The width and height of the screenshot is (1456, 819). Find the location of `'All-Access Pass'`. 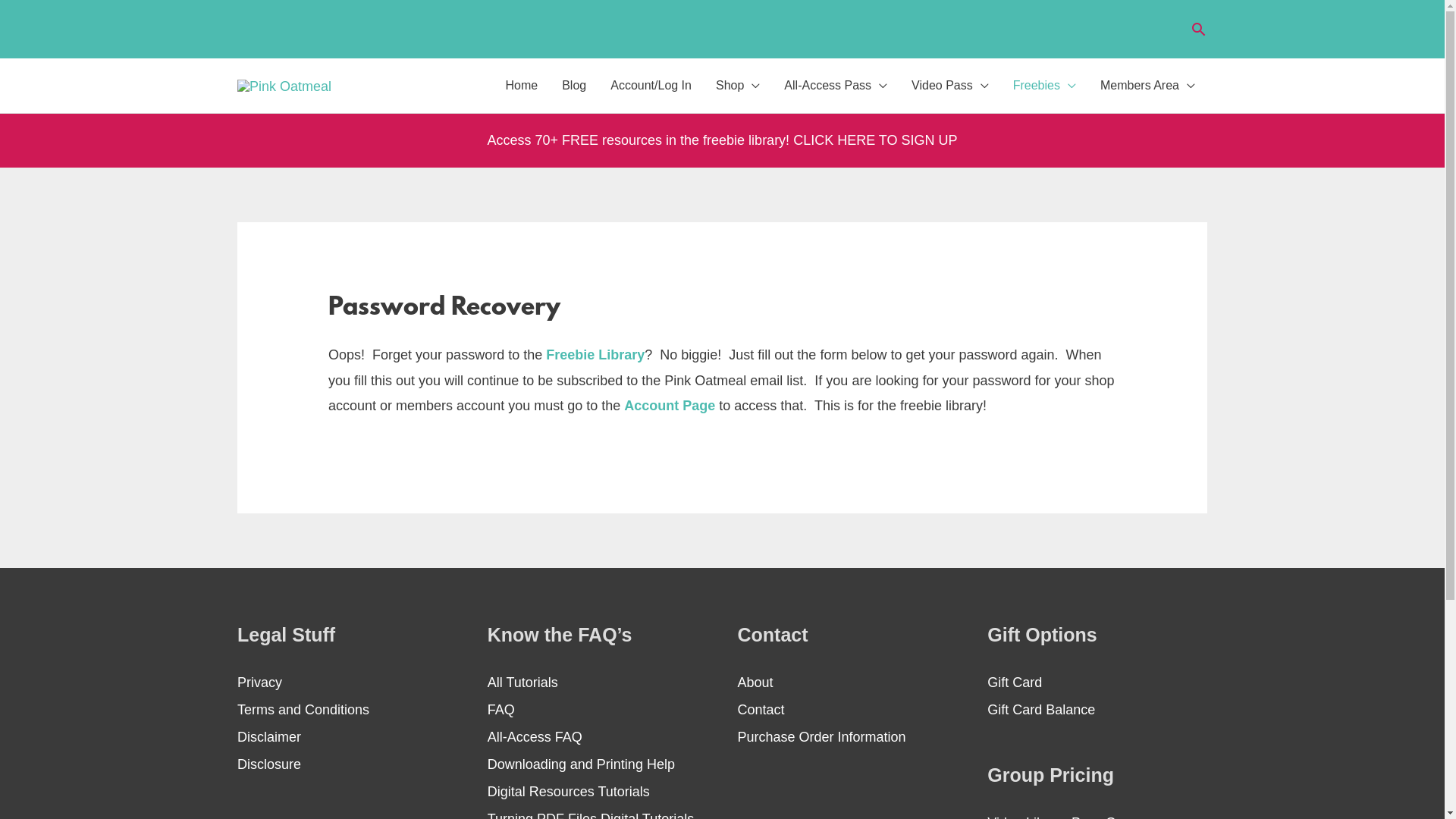

'All-Access Pass' is located at coordinates (835, 85).